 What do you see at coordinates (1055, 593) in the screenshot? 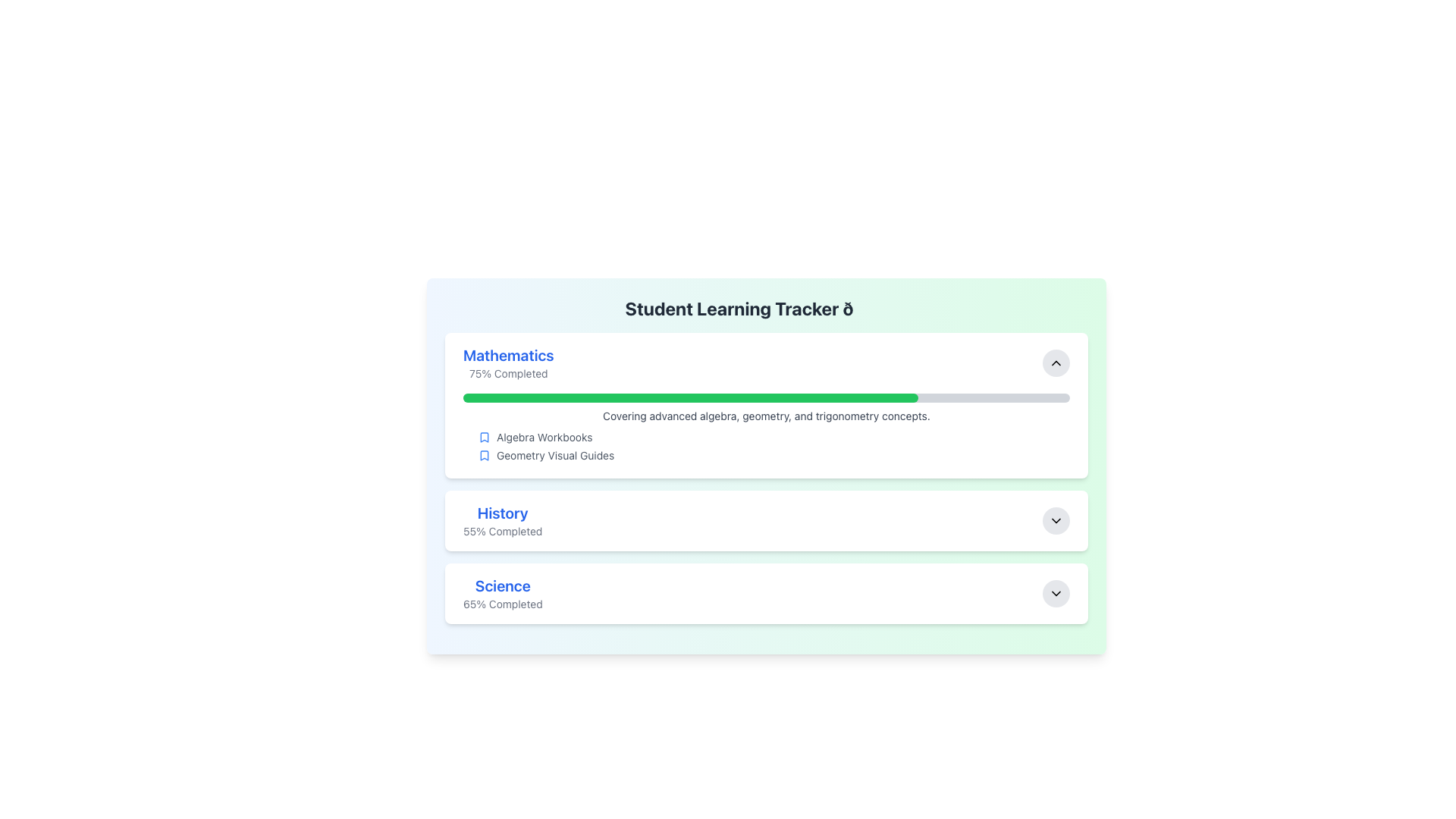
I see `the toggle button located at the far right side of the 'Science 65% Completed' section` at bounding box center [1055, 593].